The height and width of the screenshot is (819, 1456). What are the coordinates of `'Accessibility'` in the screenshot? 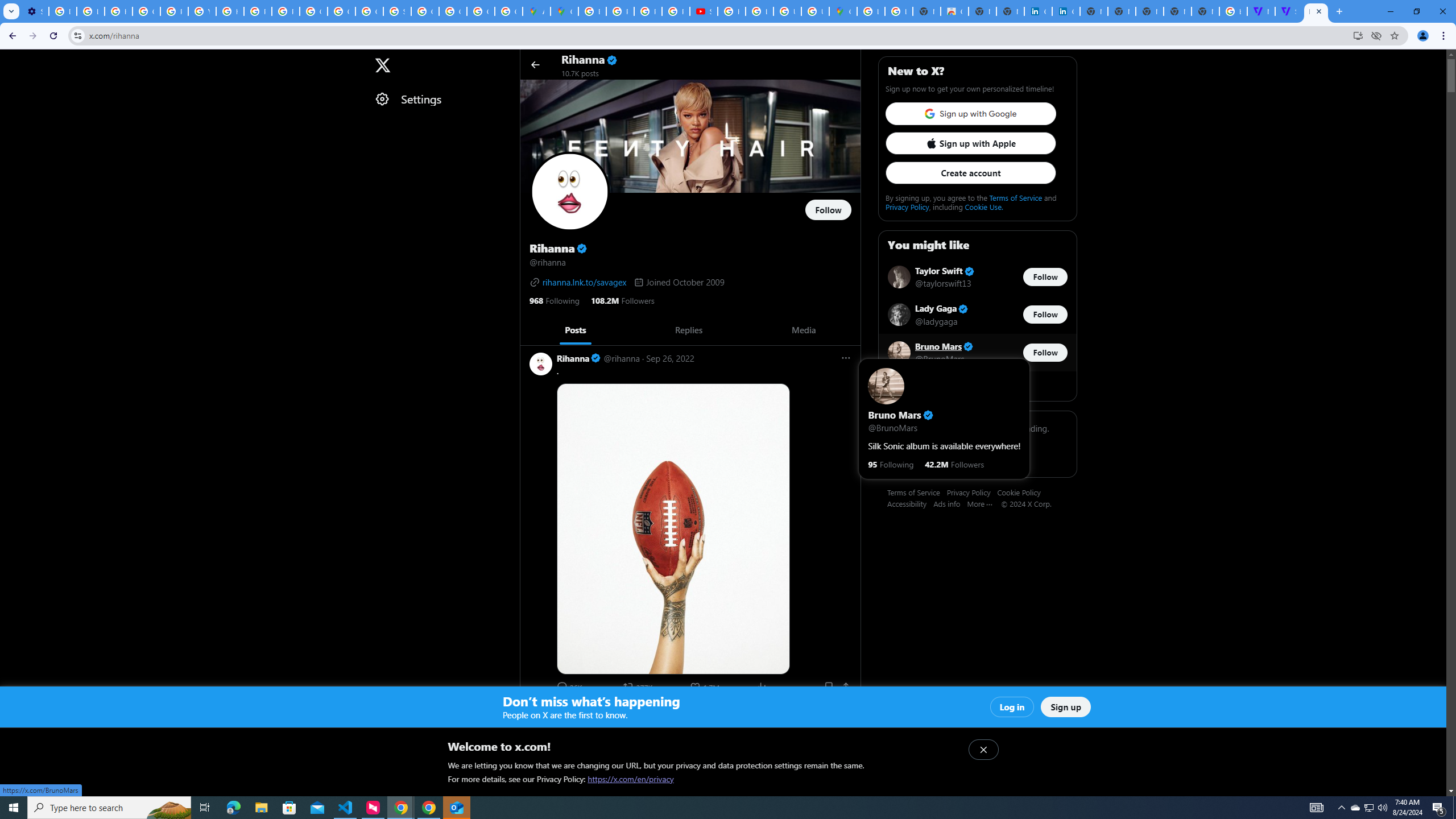 It's located at (909, 503).